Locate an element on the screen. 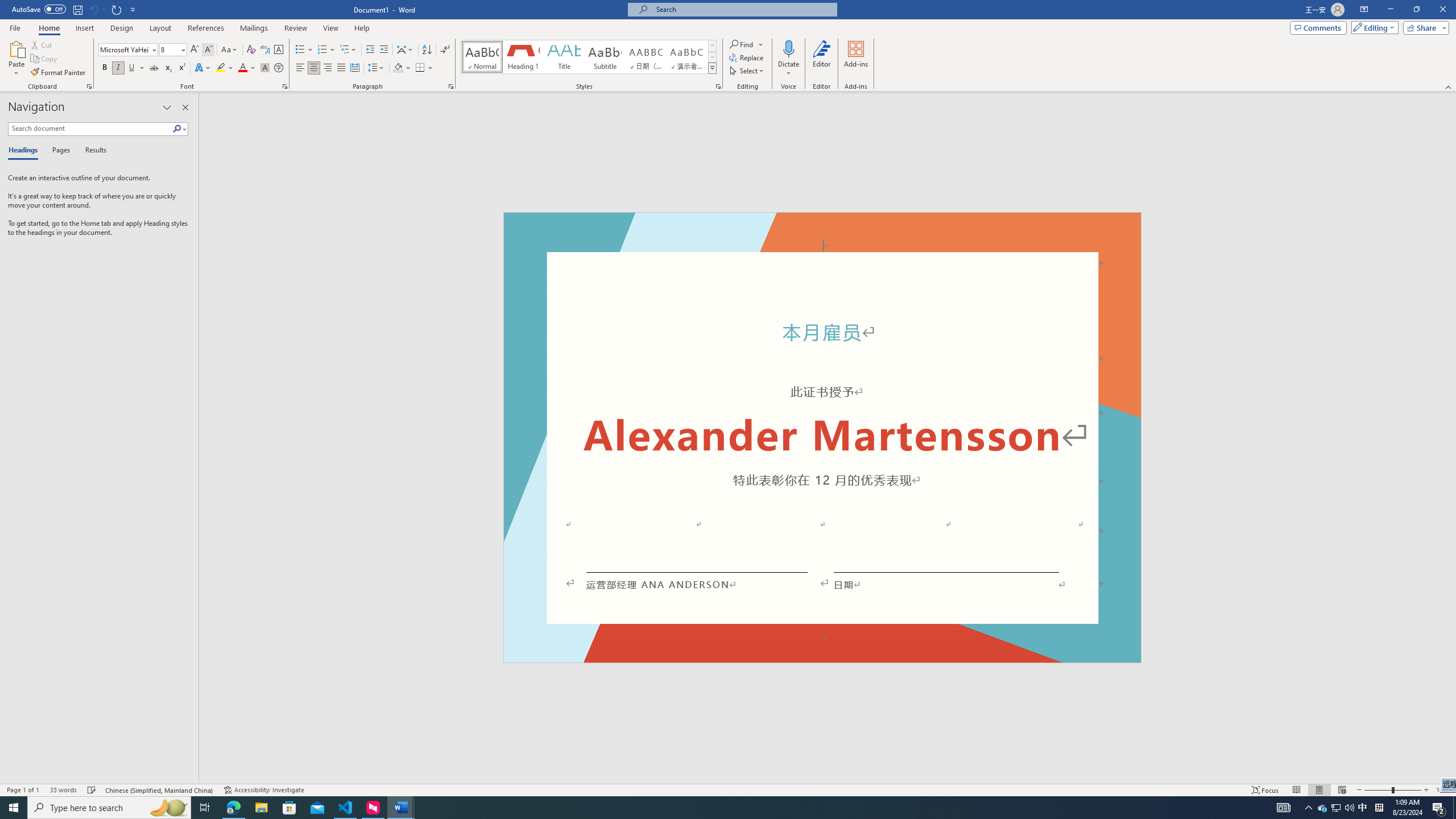 This screenshot has width=1456, height=819. 'Header -Section 1-' is located at coordinates (822, 225).